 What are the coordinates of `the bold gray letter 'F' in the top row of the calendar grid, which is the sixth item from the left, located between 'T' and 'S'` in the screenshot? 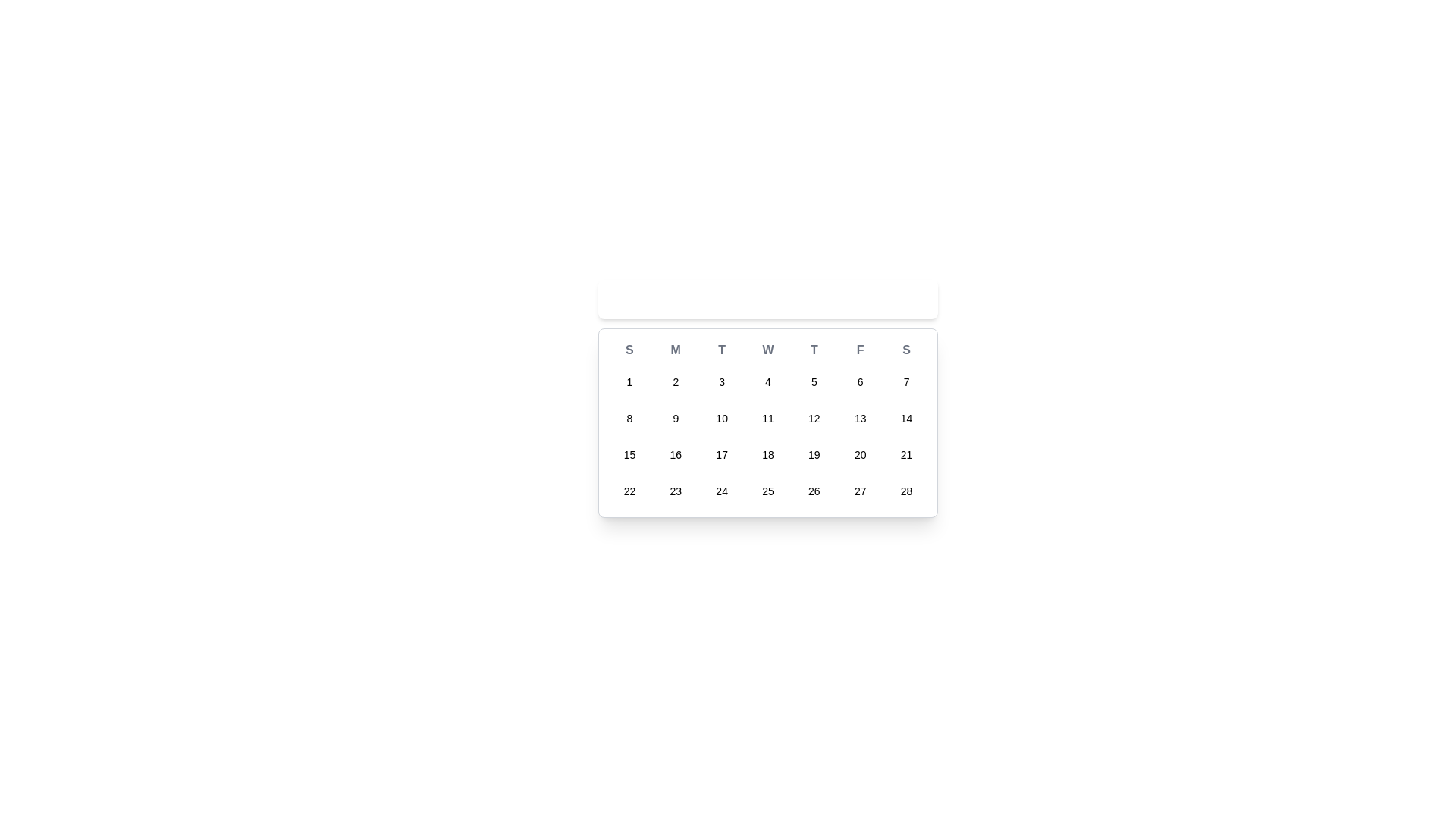 It's located at (860, 350).